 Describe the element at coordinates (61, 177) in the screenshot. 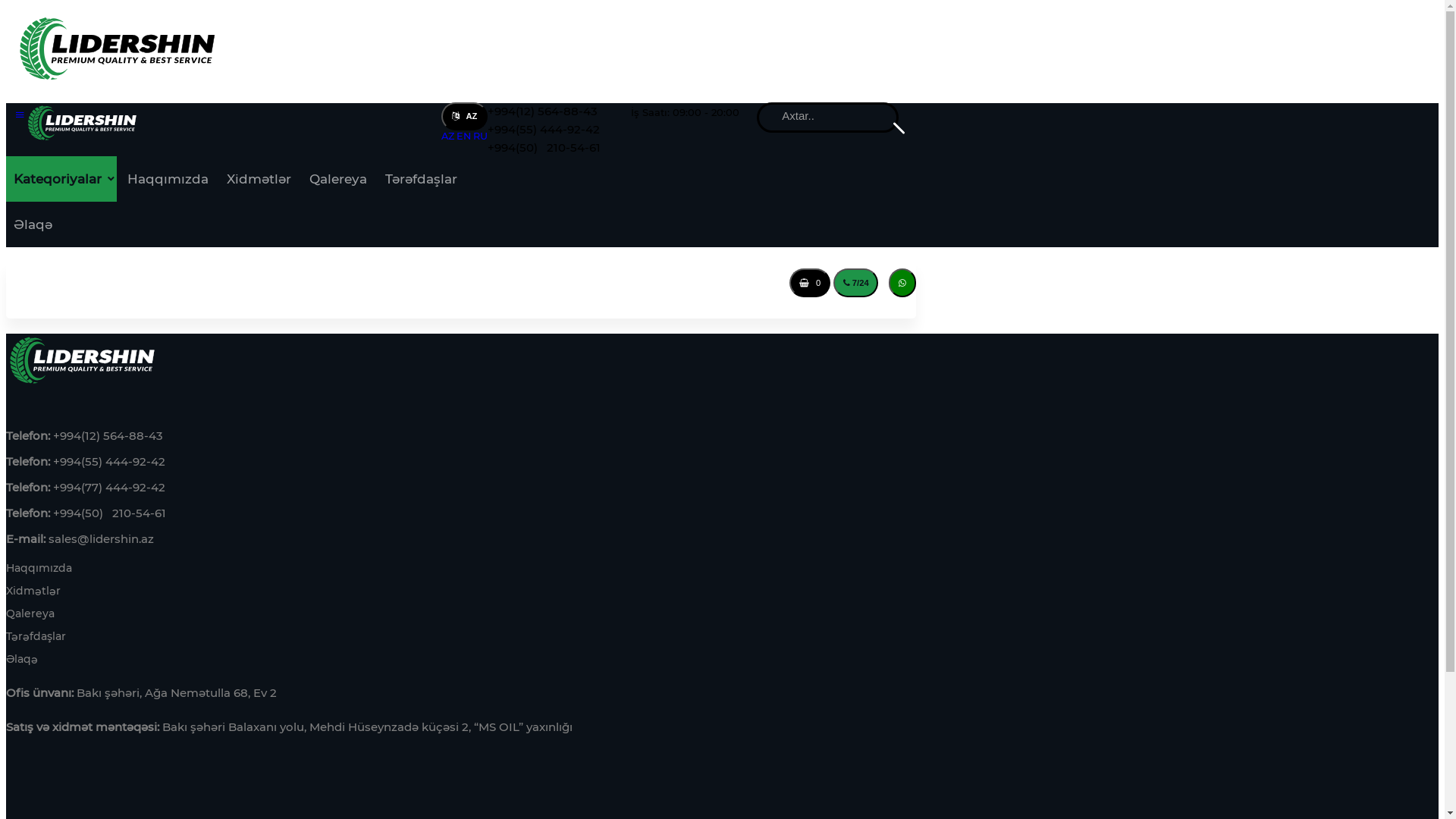

I see `'Kateqoriyalar'` at that location.